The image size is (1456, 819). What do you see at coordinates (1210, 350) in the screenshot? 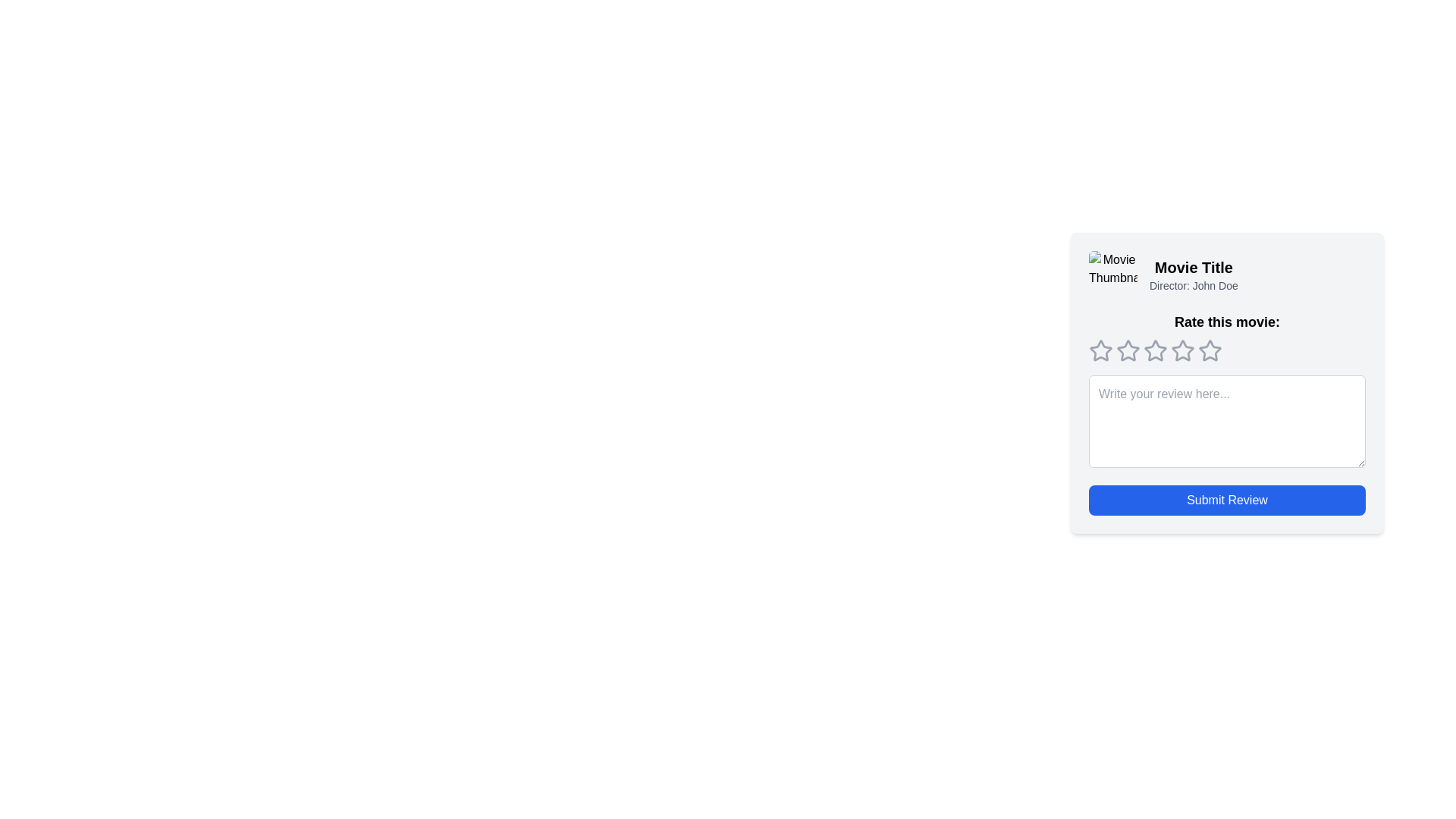
I see `the fourth star in the rating sequence, which changes color to yellow on interaction, located below the 'Rate this movie:' text` at bounding box center [1210, 350].